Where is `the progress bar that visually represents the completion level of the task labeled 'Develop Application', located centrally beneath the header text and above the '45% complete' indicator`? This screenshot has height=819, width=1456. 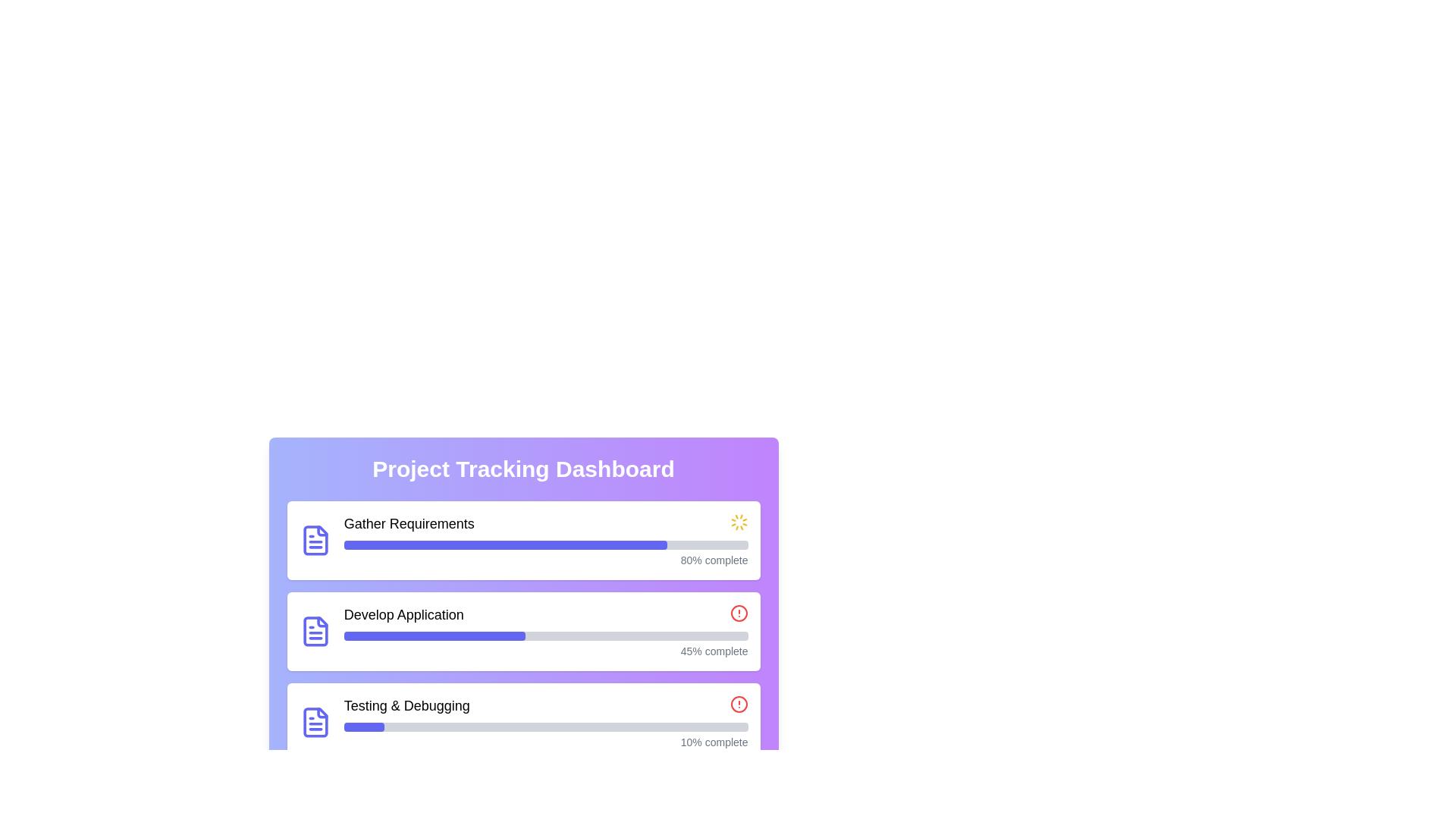
the progress bar that visually represents the completion level of the task labeled 'Develop Application', located centrally beneath the header text and above the '45% complete' indicator is located at coordinates (546, 632).